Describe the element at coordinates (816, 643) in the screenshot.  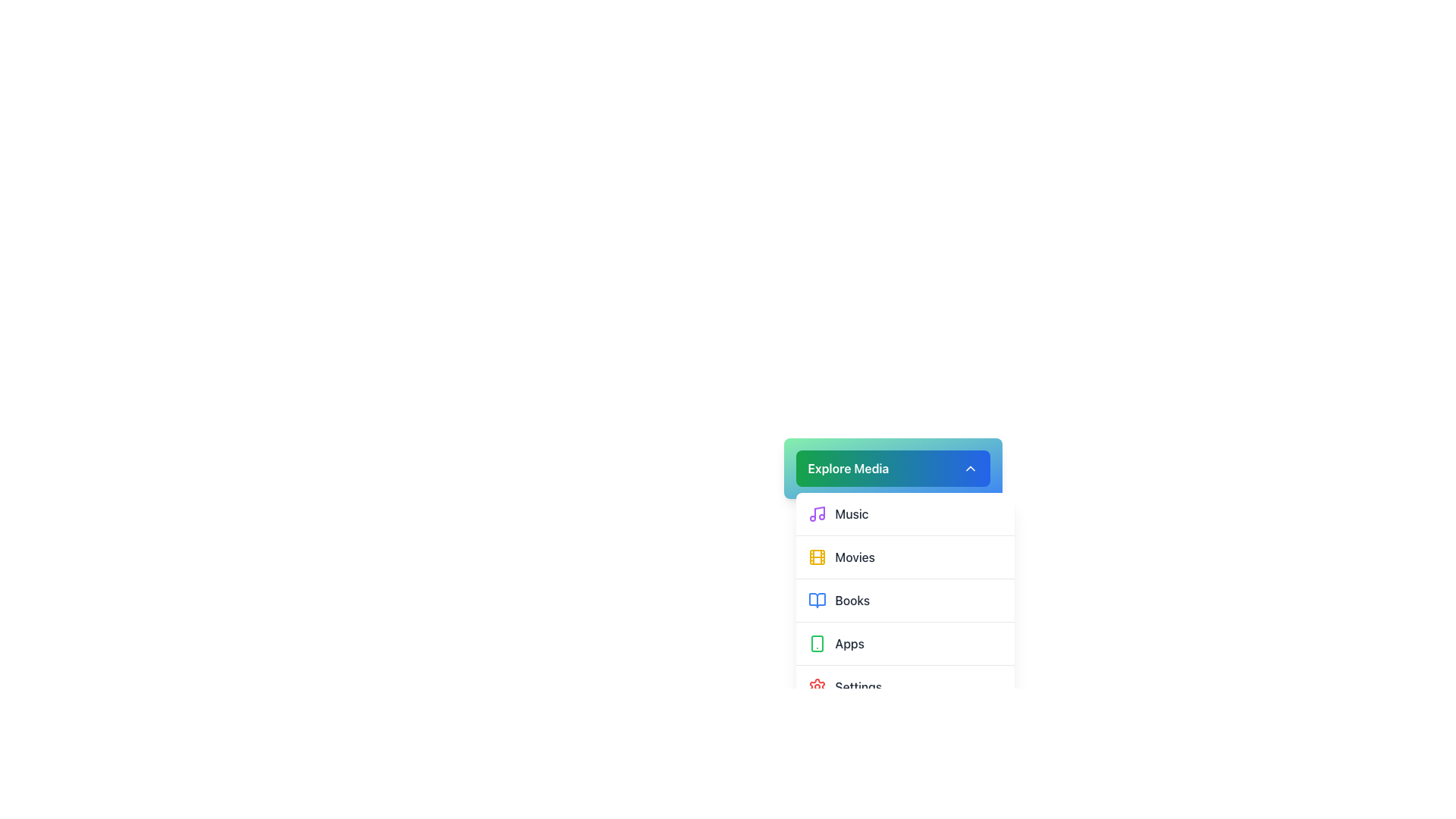
I see `the decorative graphical element within the smartphone icon located near the bottom right of the interface, adjacent to the 'Explore Media' dropdown menu` at that location.